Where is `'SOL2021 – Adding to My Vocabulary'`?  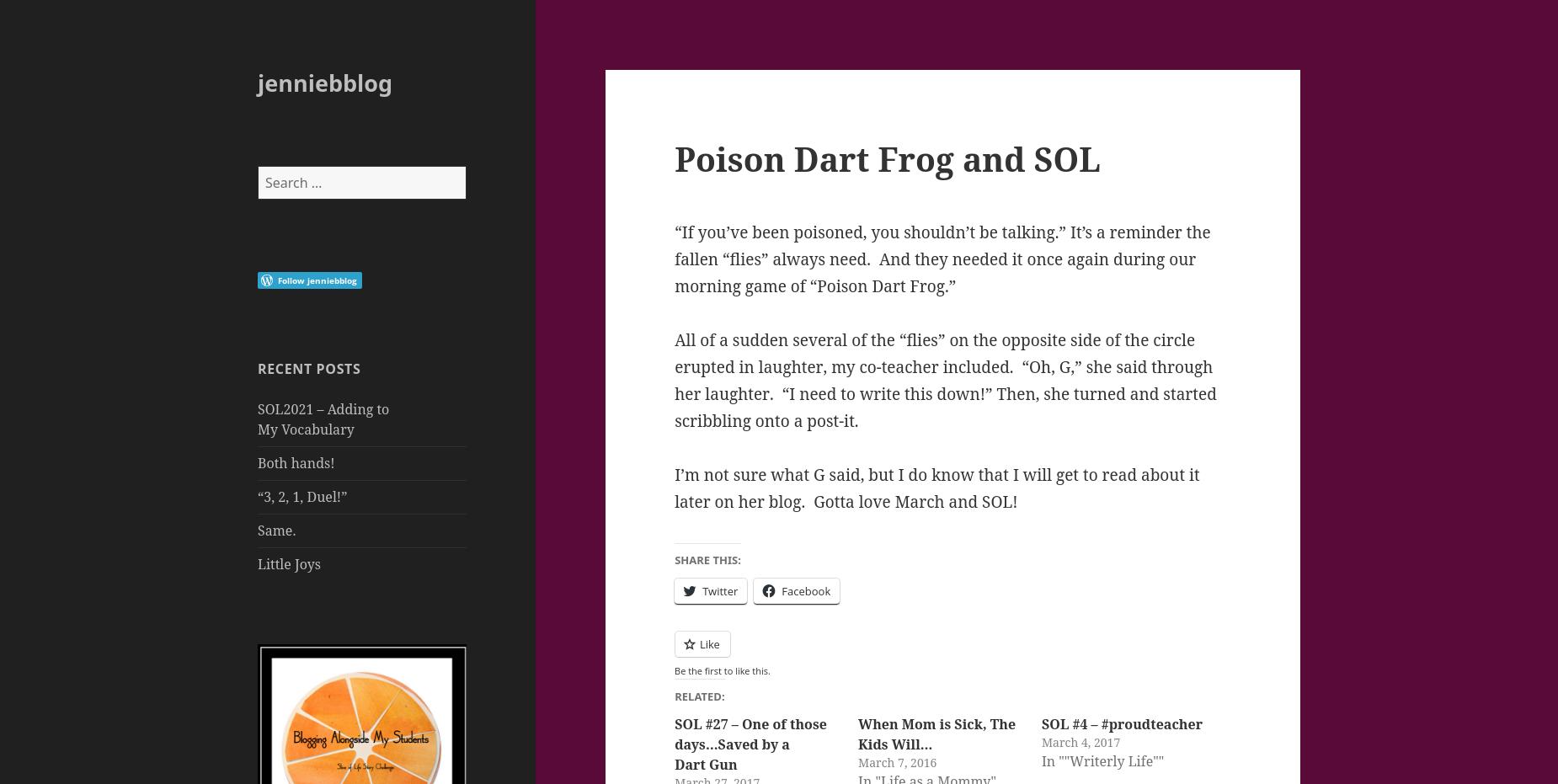
'SOL2021 – Adding to My Vocabulary' is located at coordinates (323, 419).